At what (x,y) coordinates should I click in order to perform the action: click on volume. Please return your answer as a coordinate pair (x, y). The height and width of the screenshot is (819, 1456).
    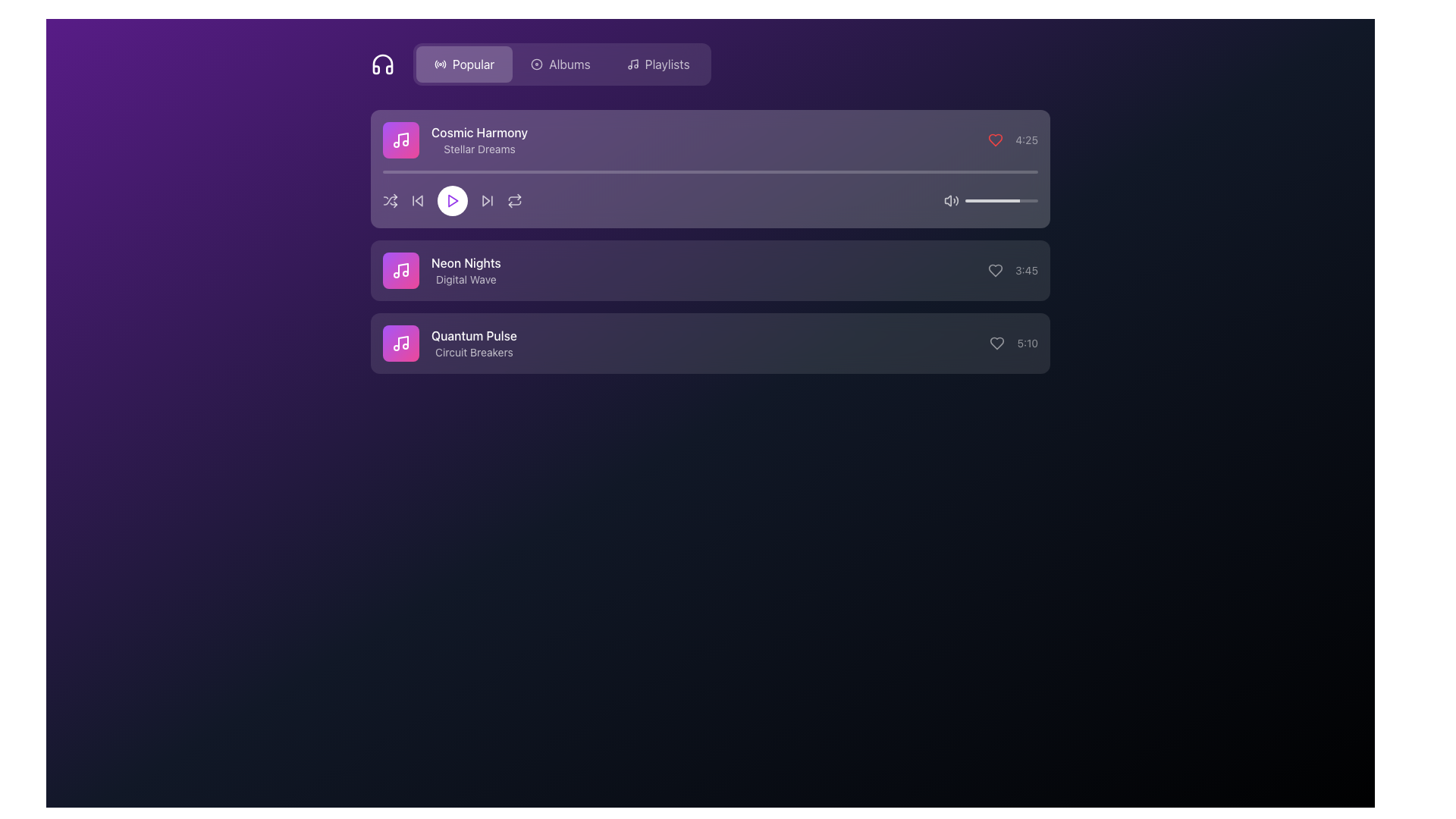
    Looking at the image, I should click on (1006, 200).